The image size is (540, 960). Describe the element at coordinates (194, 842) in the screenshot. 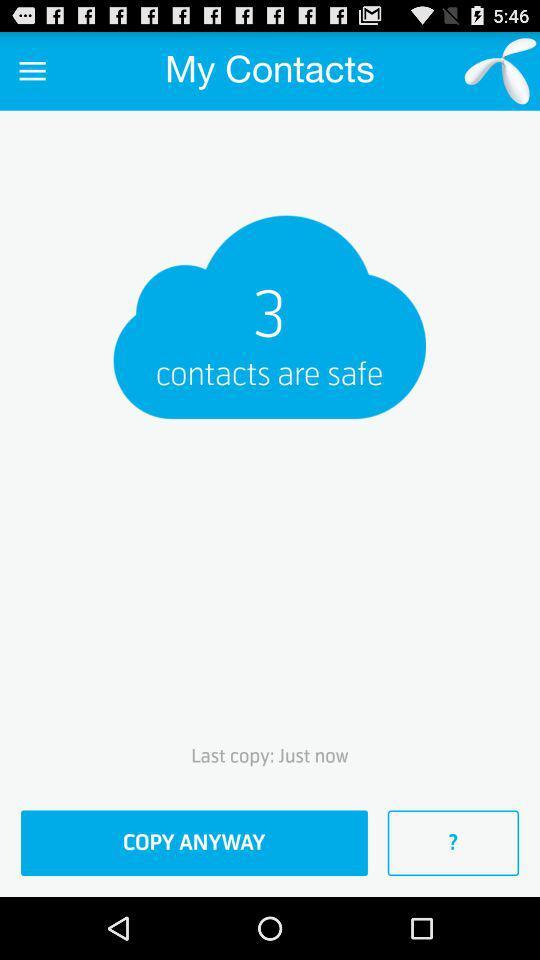

I see `the copy anyway` at that location.